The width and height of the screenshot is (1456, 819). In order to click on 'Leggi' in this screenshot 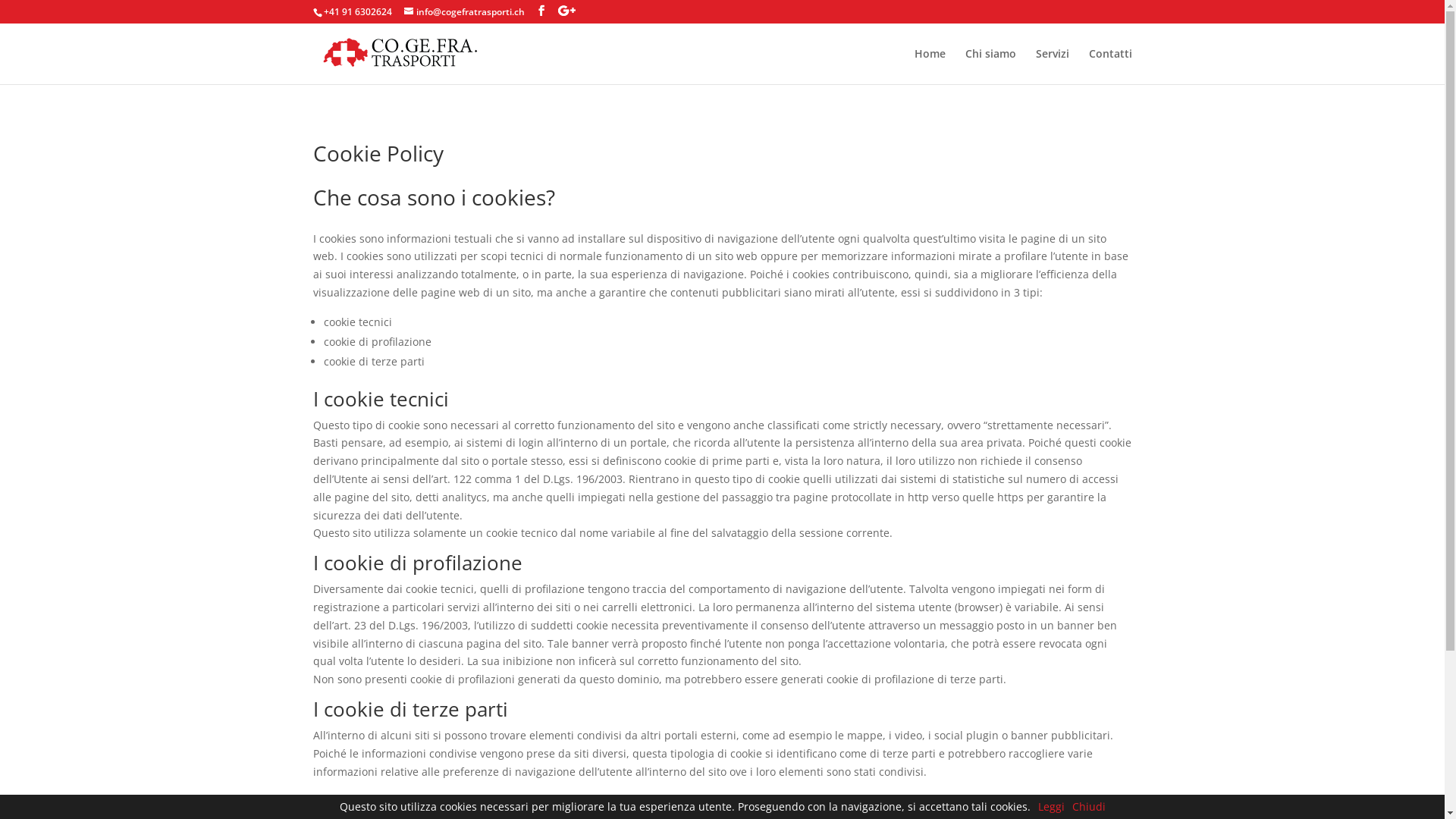, I will do `click(1050, 805)`.